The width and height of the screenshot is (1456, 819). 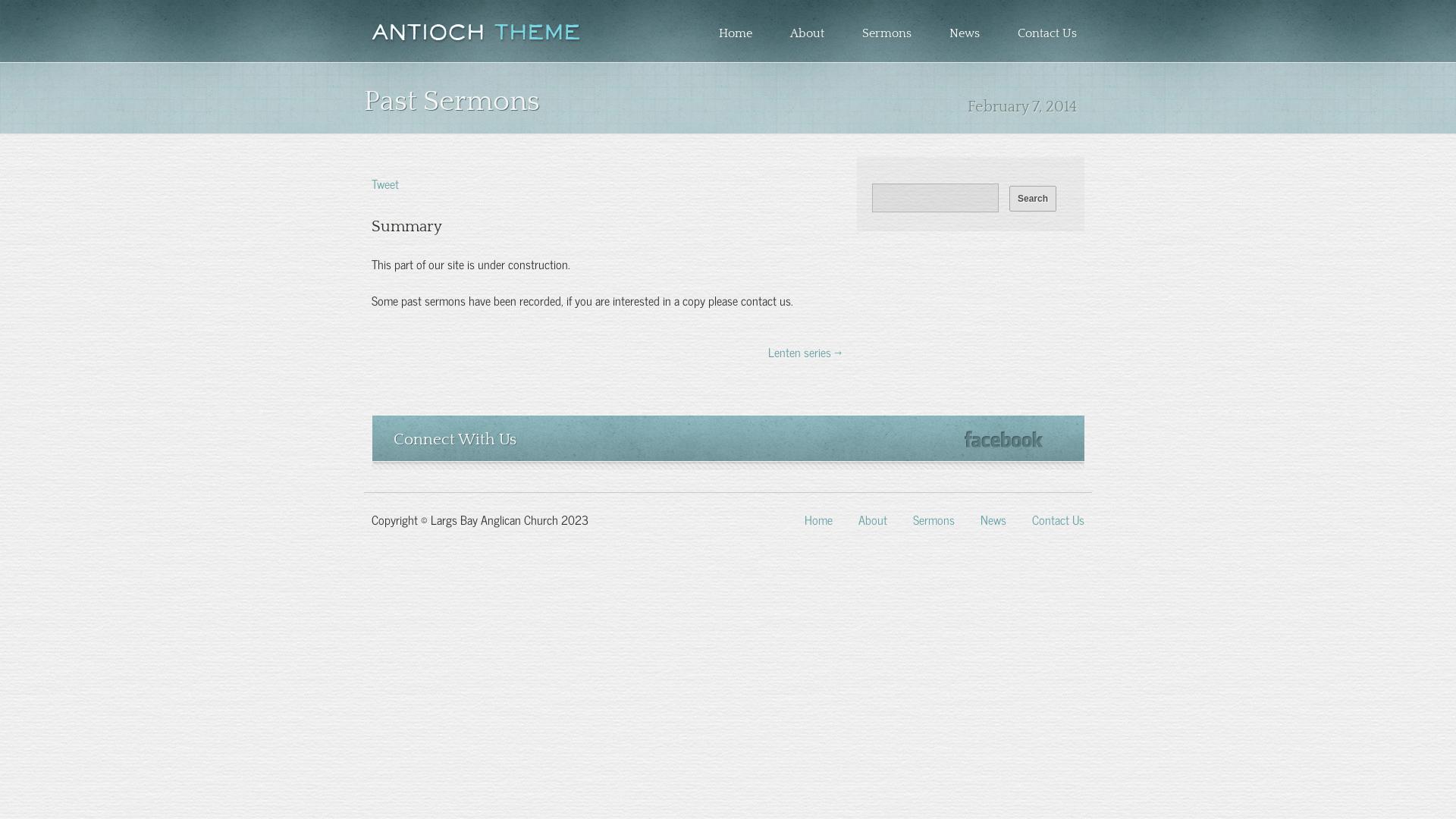 What do you see at coordinates (385, 181) in the screenshot?
I see `'Tweet'` at bounding box center [385, 181].